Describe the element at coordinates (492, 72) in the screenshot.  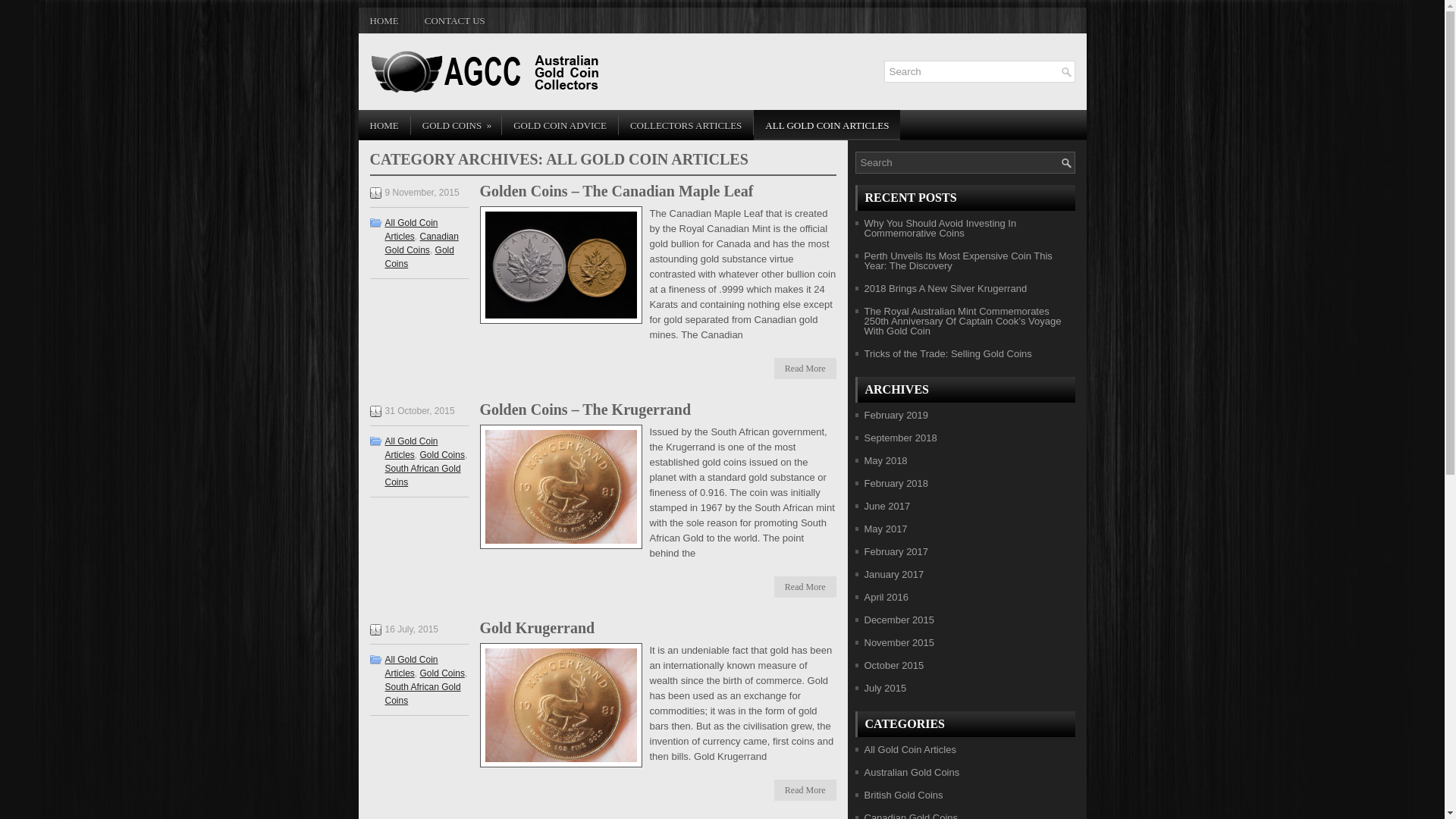
I see `'Australian Gold Coin Collectors'` at that location.